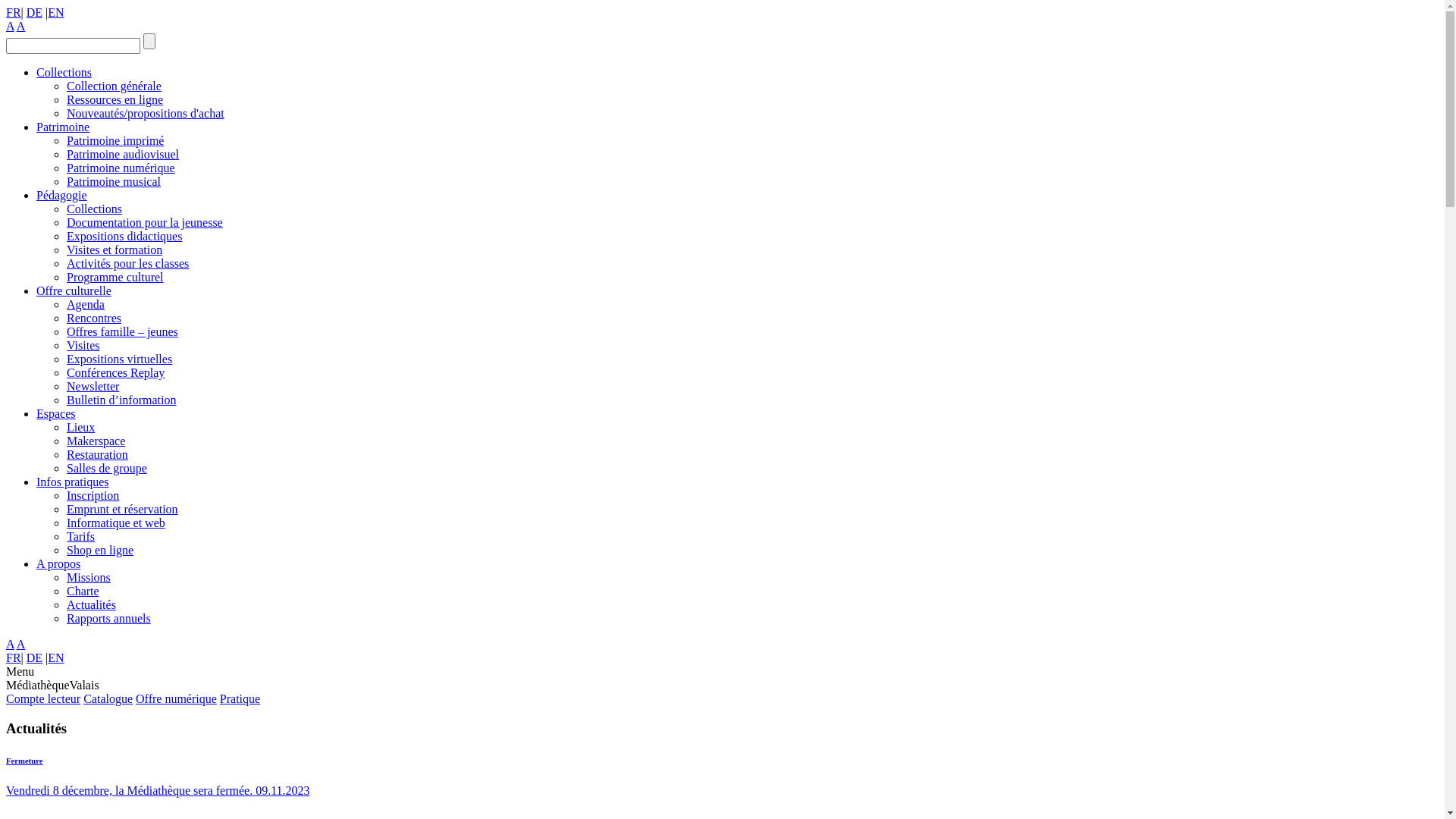 The image size is (1456, 819). I want to click on 'Shop en ligne', so click(65, 550).